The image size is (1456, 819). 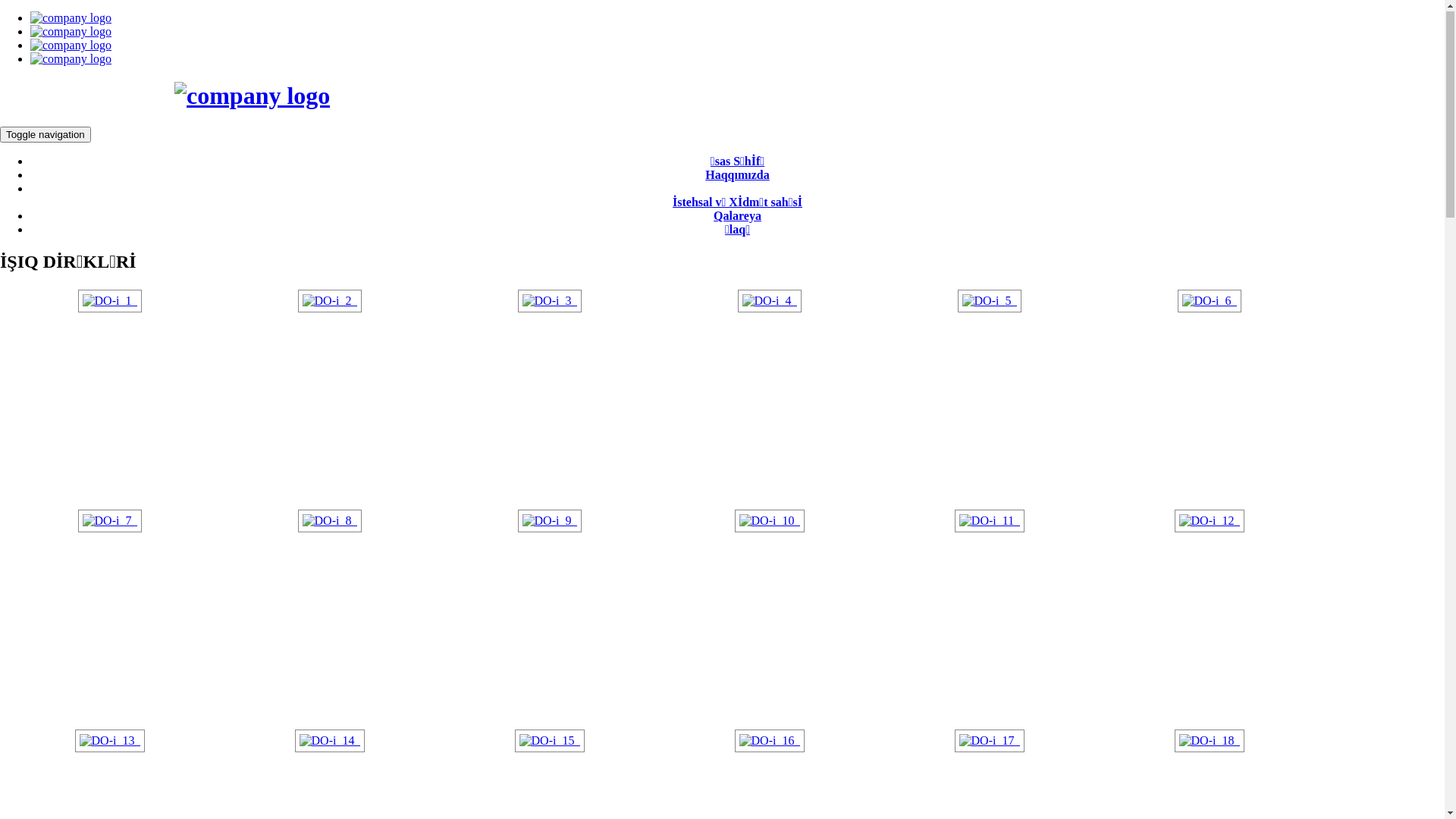 I want to click on 'Toggle navigation', so click(x=45, y=134).